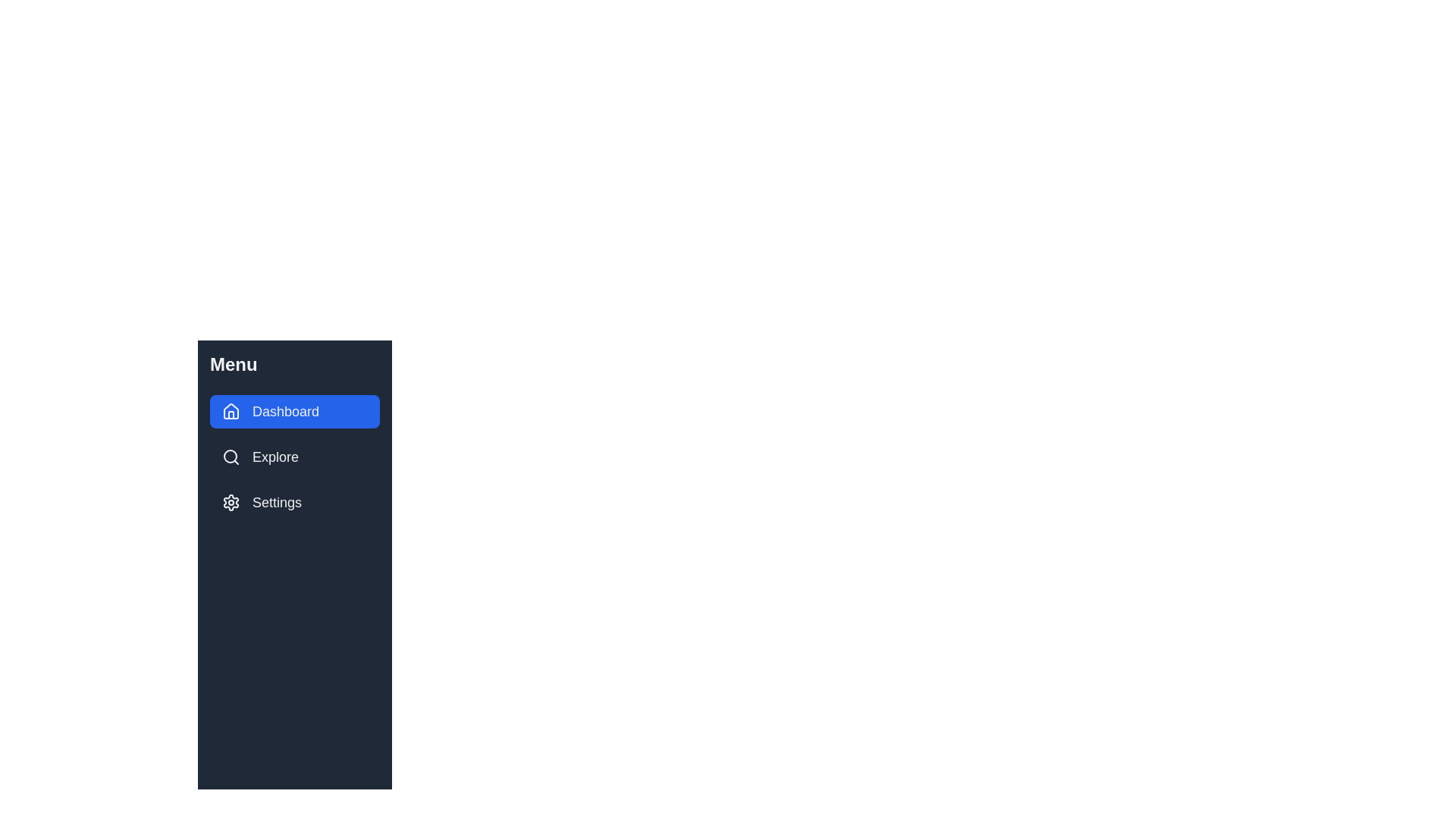 The image size is (1456, 819). I want to click on the Navigation Button labeled 'Dashboard' with a house icon in the left sidebar menu, so click(294, 412).